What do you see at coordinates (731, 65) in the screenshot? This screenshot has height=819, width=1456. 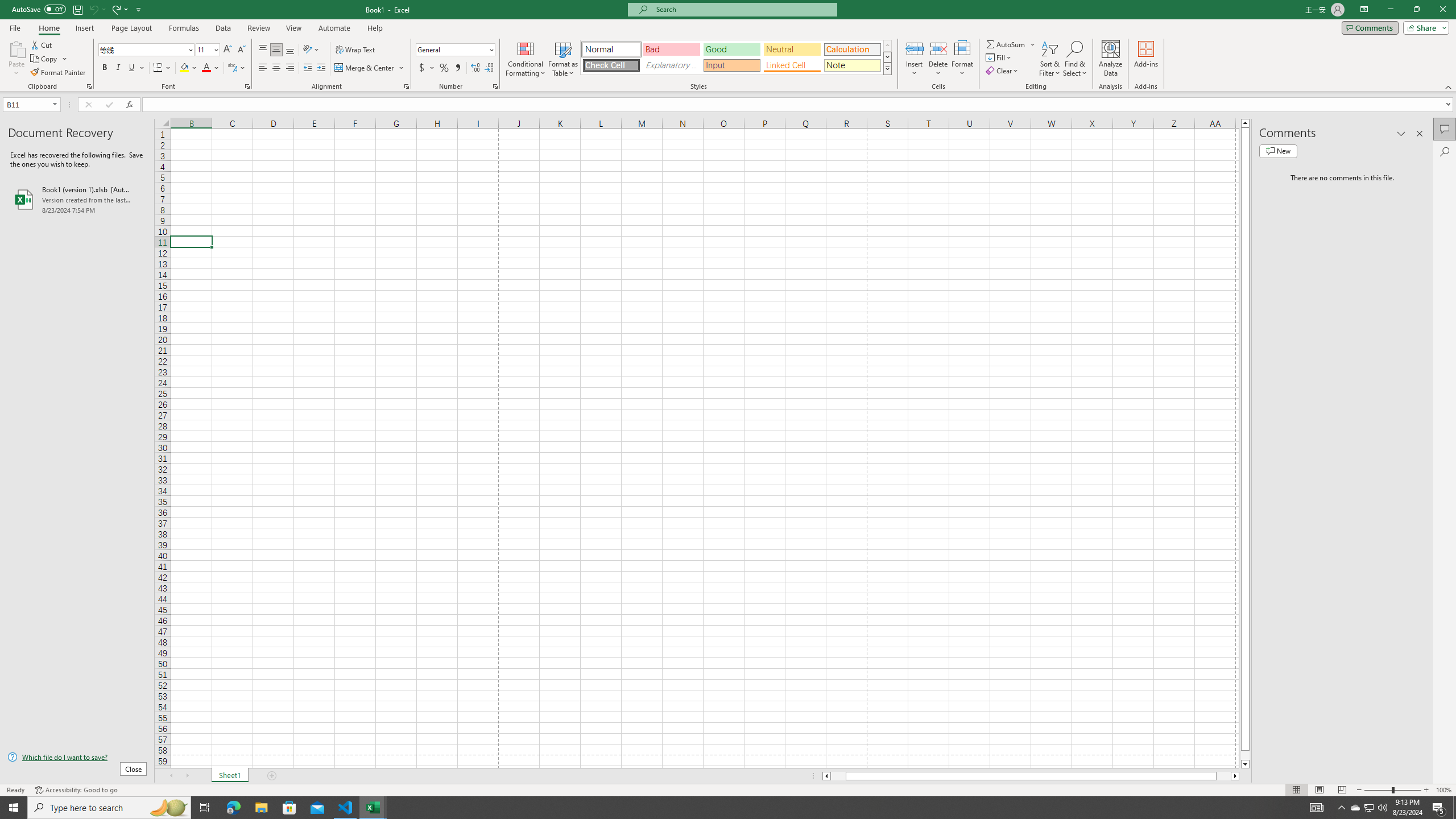 I see `'Input'` at bounding box center [731, 65].